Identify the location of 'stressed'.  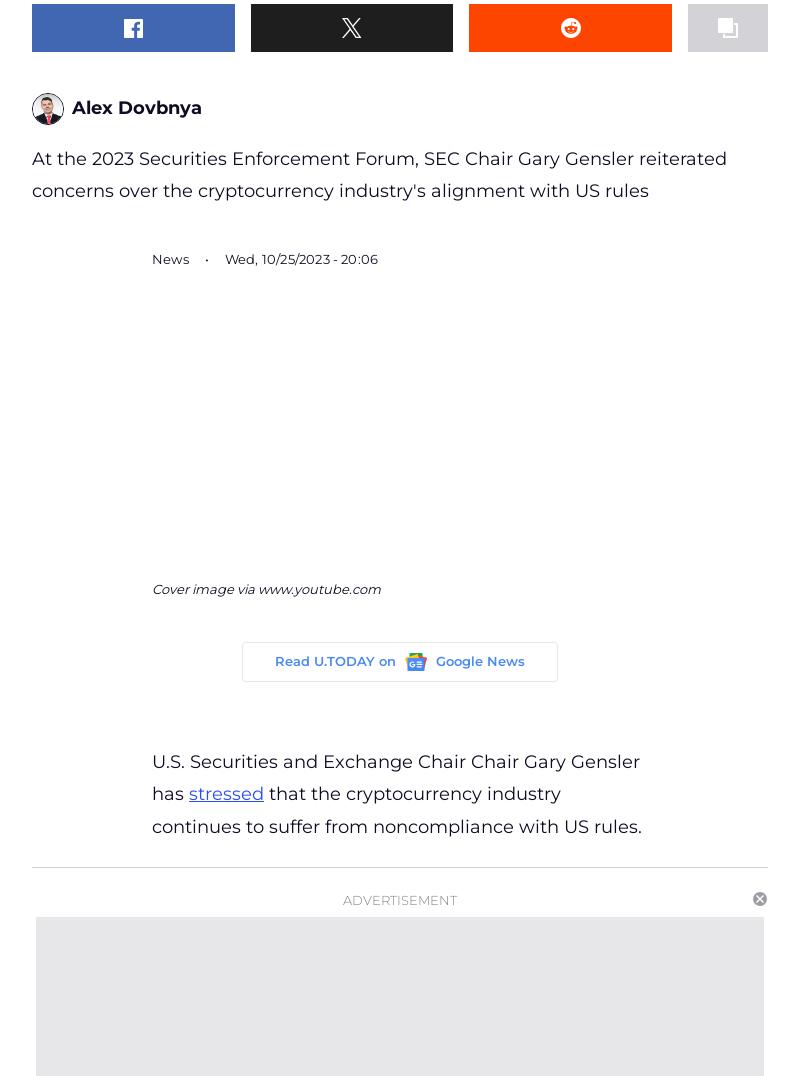
(226, 793).